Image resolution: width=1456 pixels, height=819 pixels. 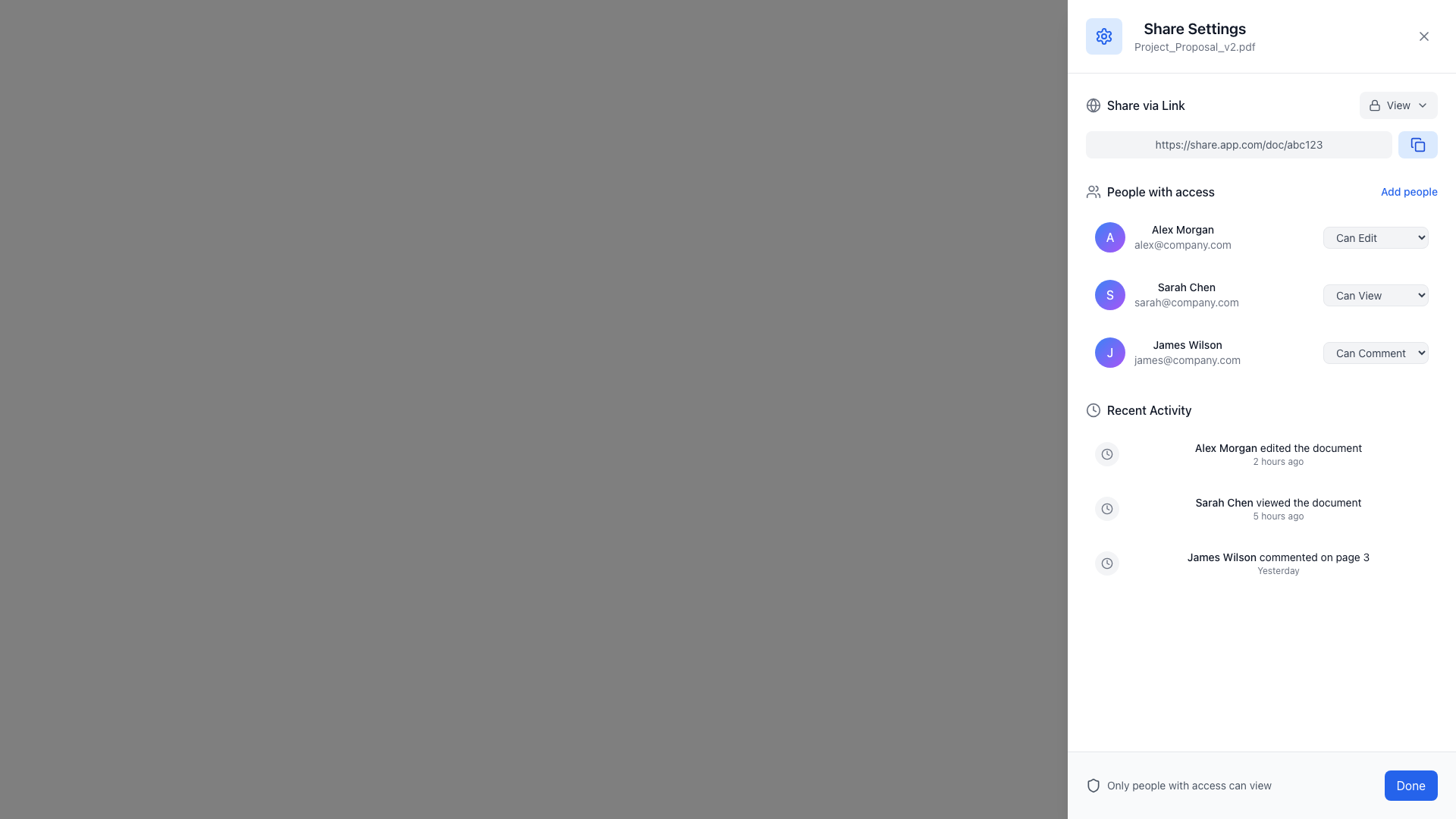 What do you see at coordinates (1182, 244) in the screenshot?
I see `the email text for user 'Alex Morgan' located below the name element` at bounding box center [1182, 244].